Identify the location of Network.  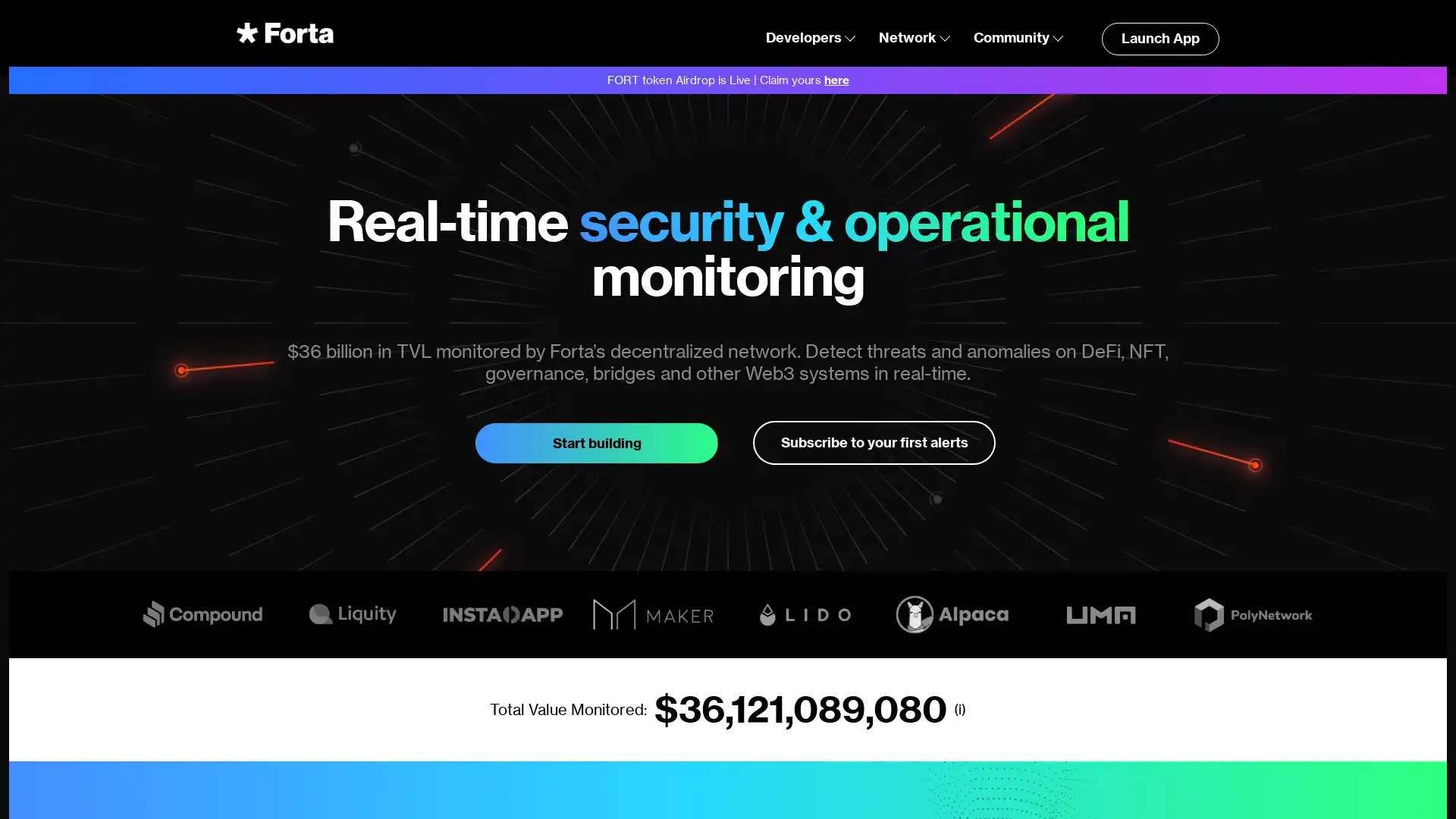
(914, 37).